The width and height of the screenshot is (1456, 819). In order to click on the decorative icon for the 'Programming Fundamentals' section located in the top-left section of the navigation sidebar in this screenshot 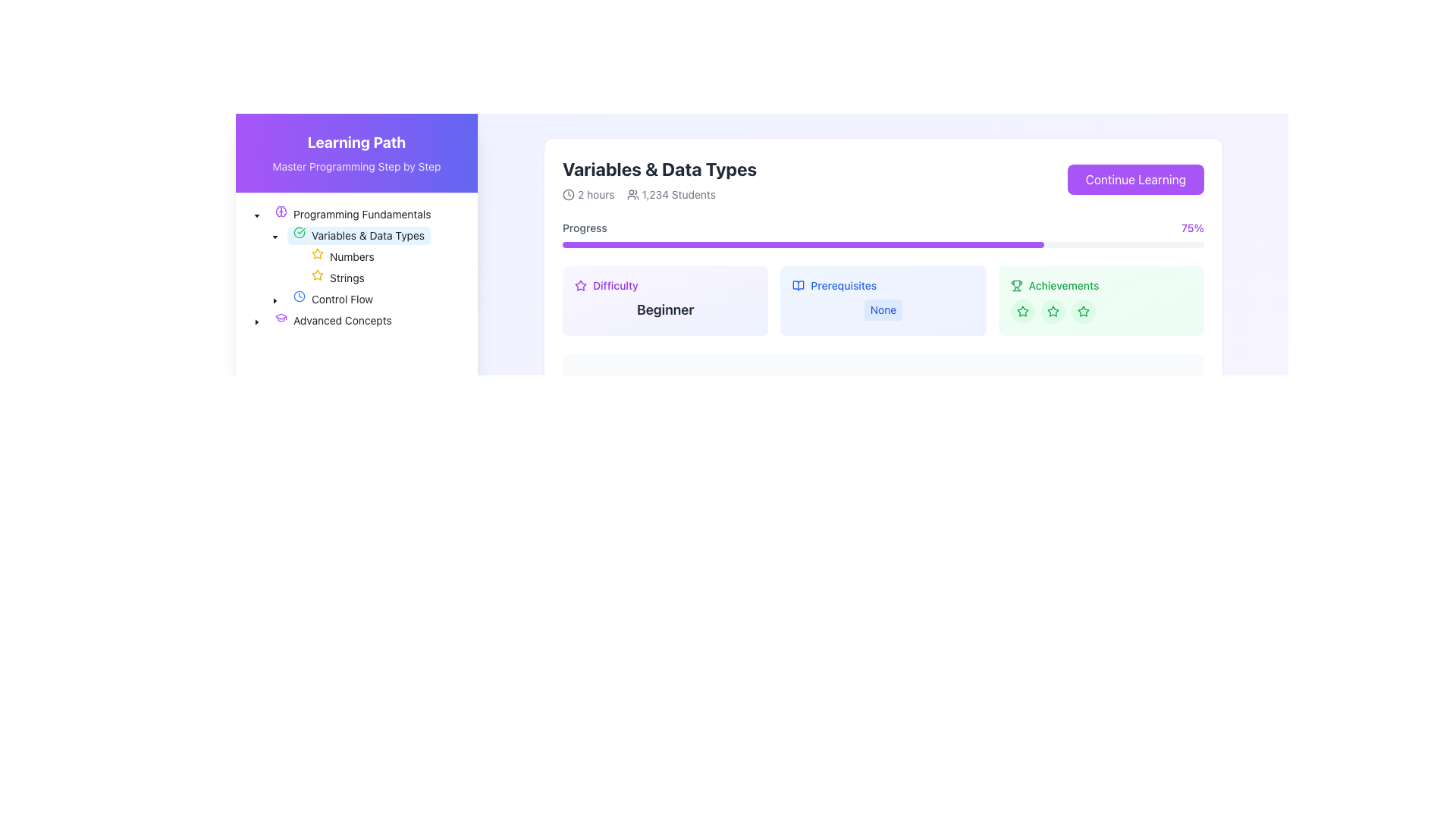, I will do `click(281, 211)`.